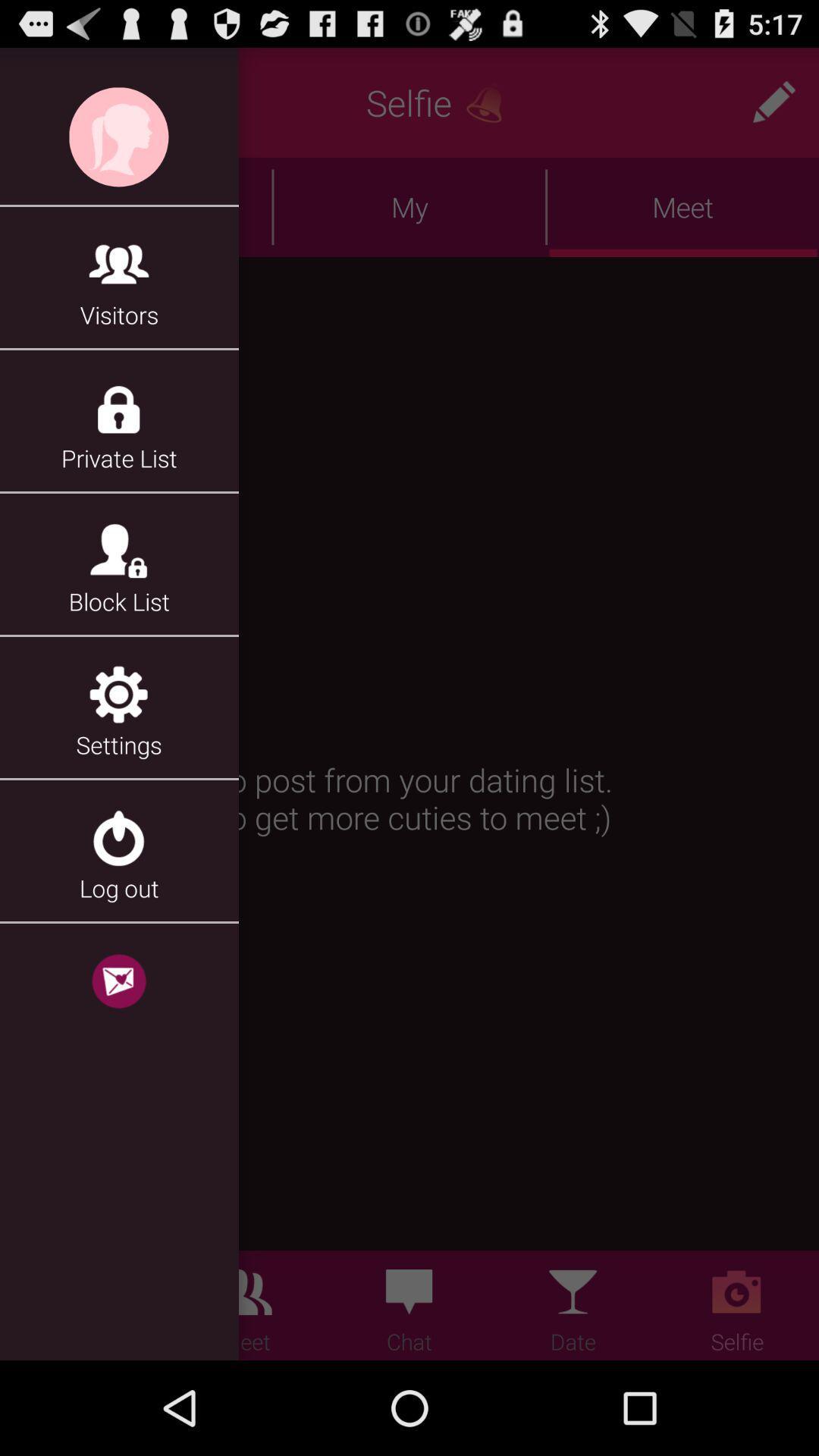  What do you see at coordinates (490, 108) in the screenshot?
I see `the notifications icon` at bounding box center [490, 108].